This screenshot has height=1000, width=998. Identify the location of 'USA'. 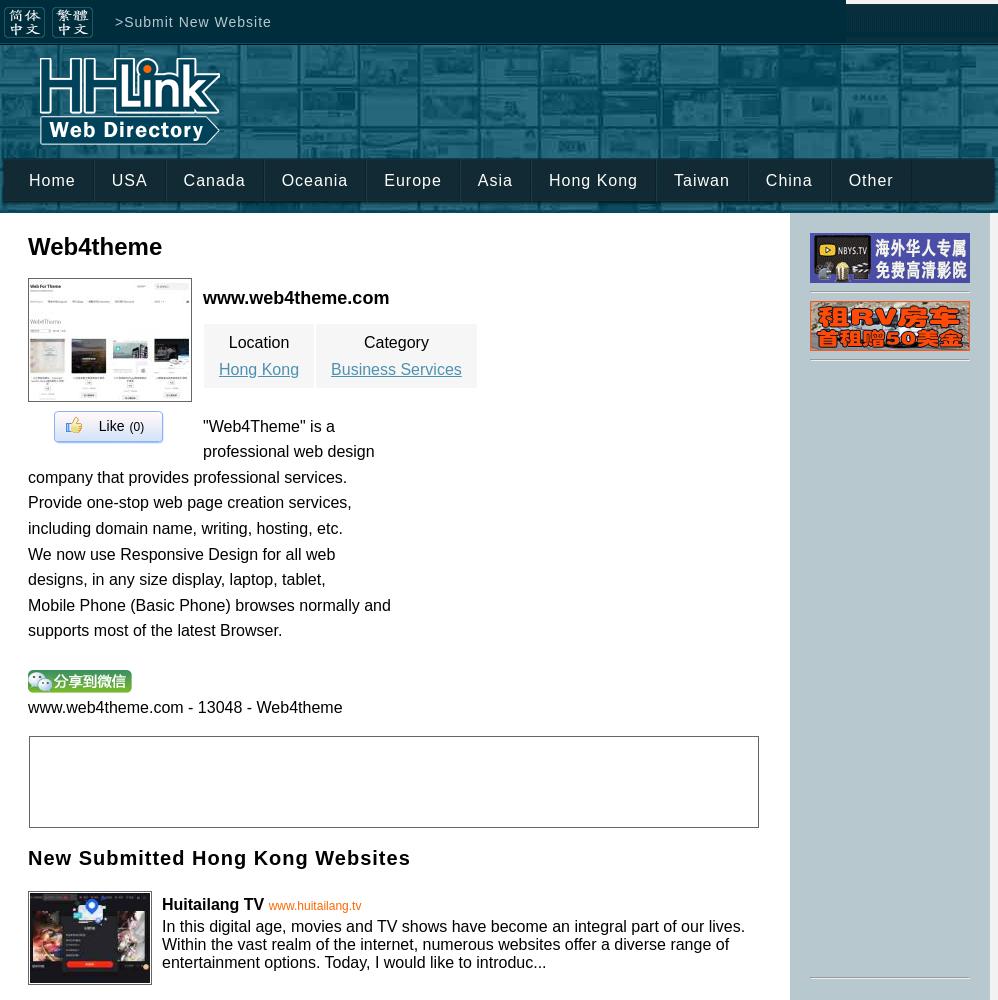
(129, 180).